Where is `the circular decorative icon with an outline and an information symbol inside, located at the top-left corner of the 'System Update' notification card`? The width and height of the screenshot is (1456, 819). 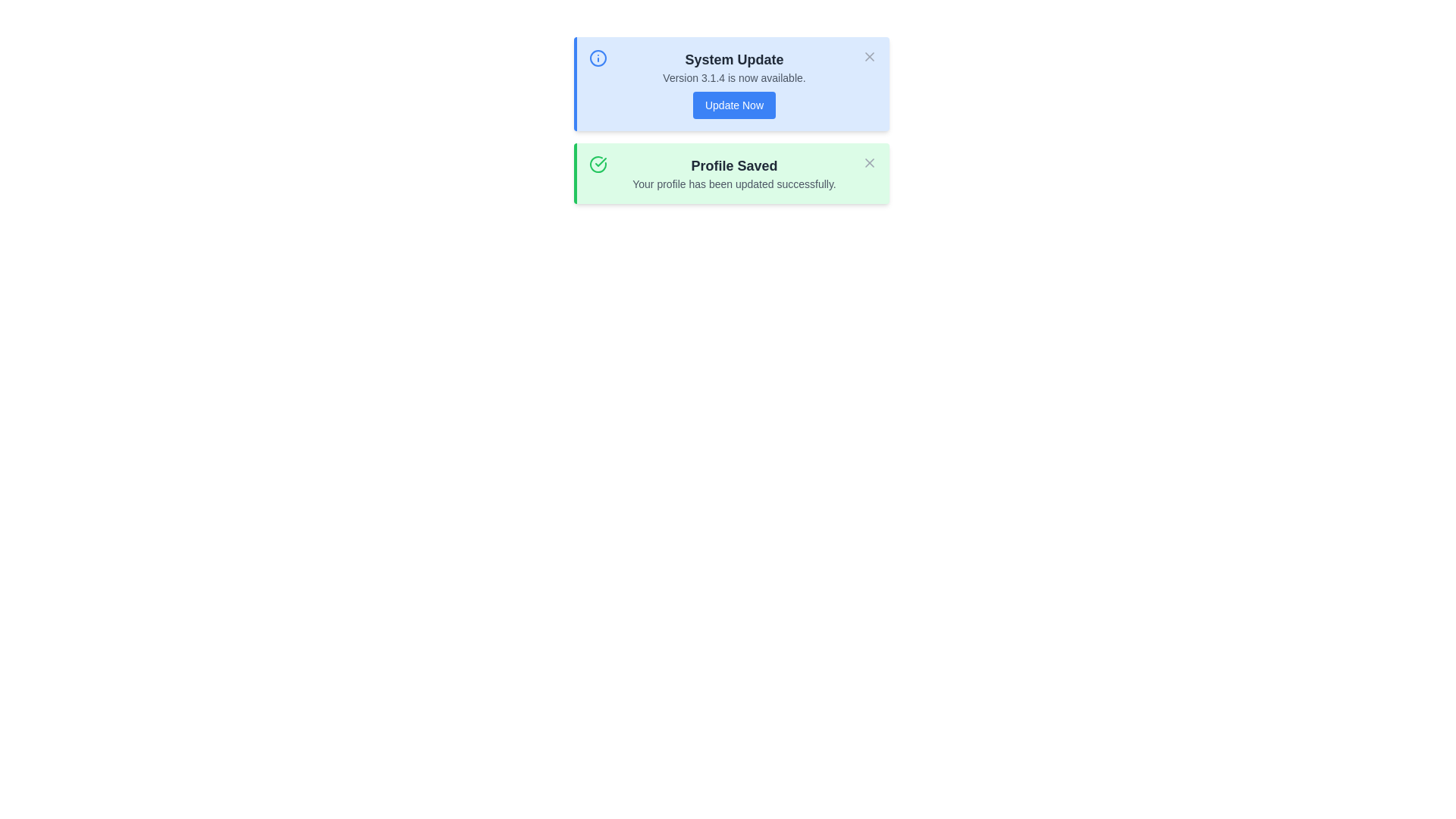 the circular decorative icon with an outline and an information symbol inside, located at the top-left corner of the 'System Update' notification card is located at coordinates (597, 58).